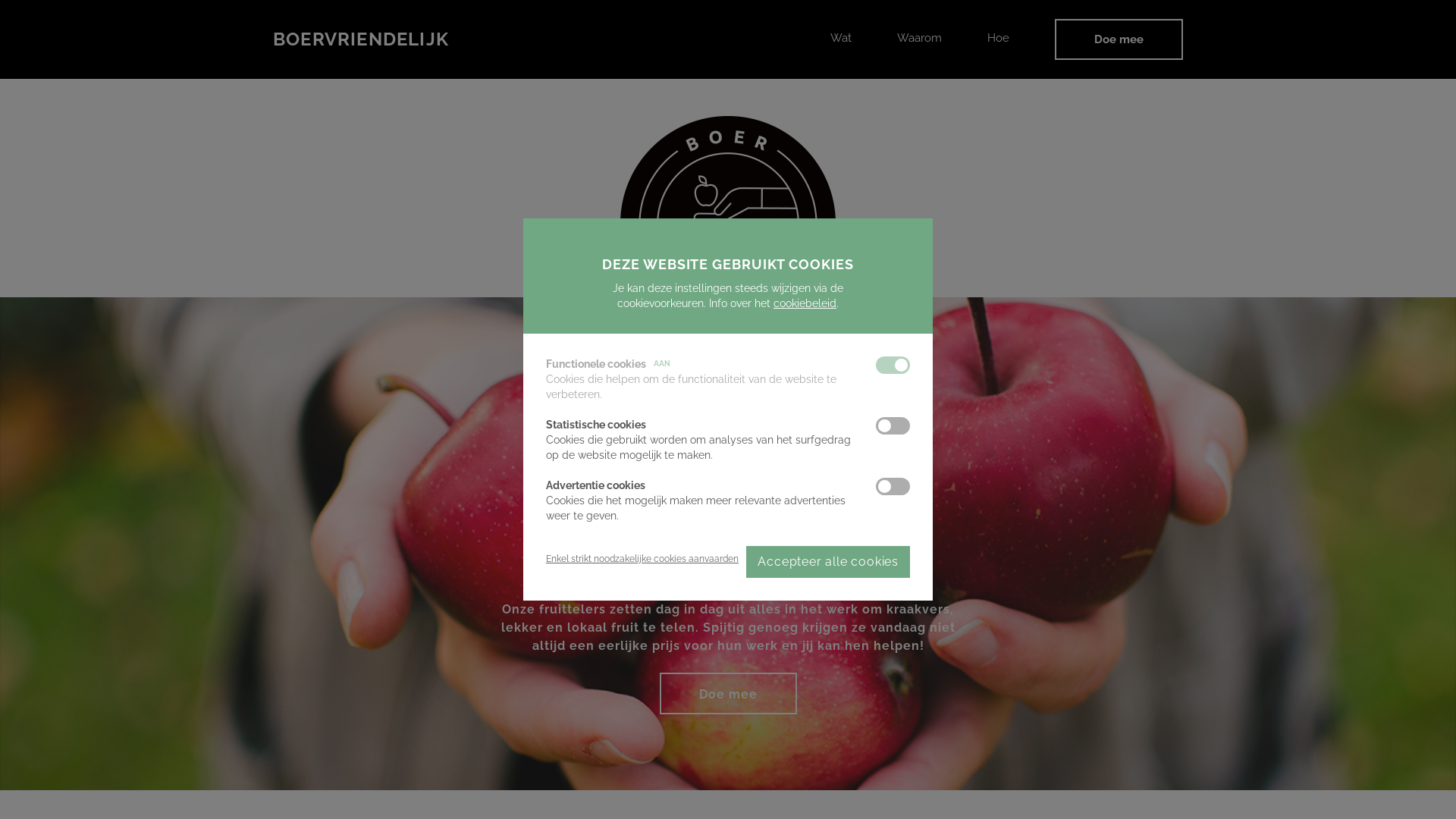 This screenshot has width=1456, height=819. I want to click on 'Doe mee', so click(1119, 38).